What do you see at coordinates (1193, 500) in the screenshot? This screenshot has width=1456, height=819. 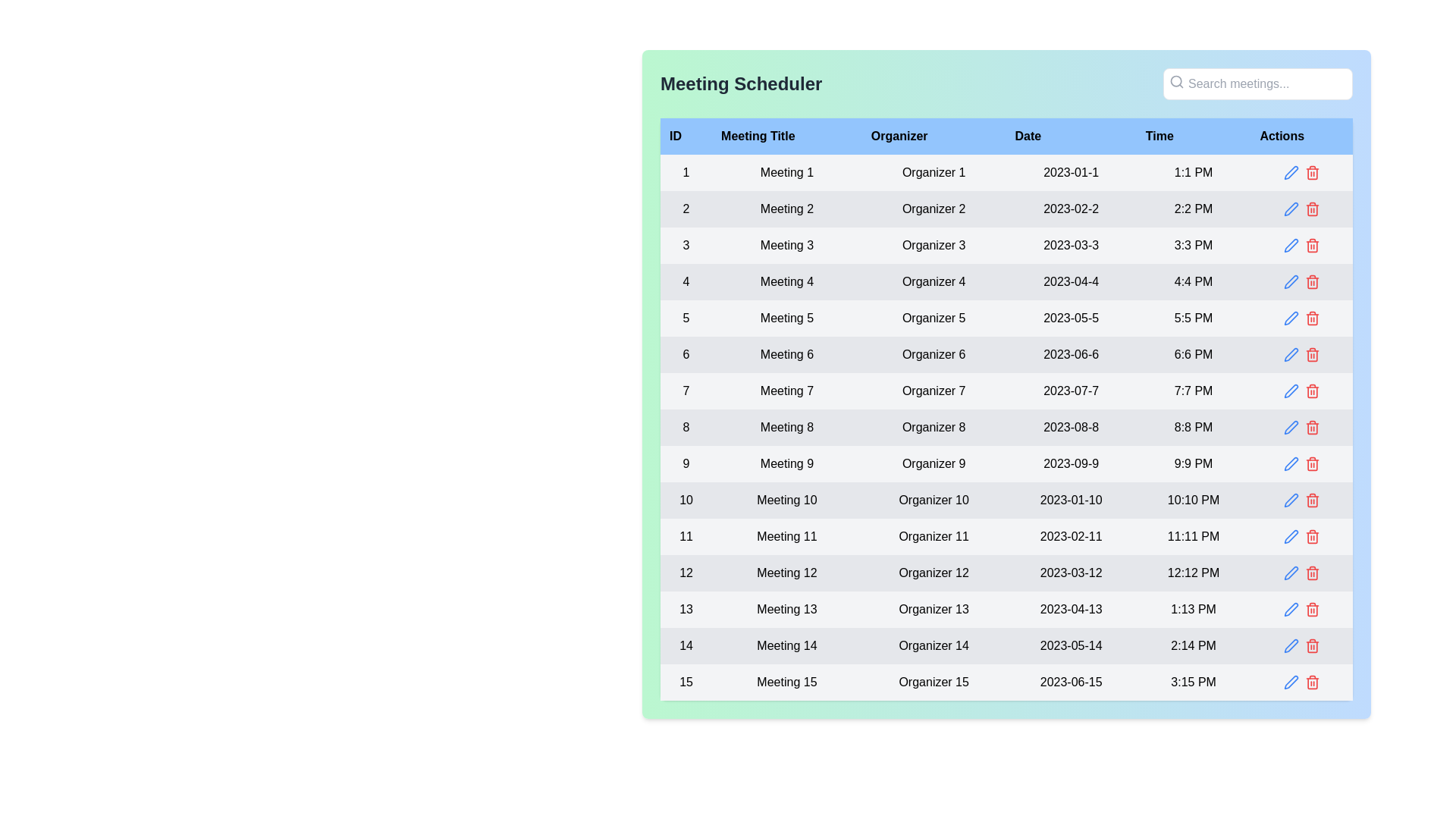 I see `text label displaying '10:10 PM' in black text, which is centered within a light gray background, located in the fifth column of the tenth row of the table for 'Meeting 10'` at bounding box center [1193, 500].